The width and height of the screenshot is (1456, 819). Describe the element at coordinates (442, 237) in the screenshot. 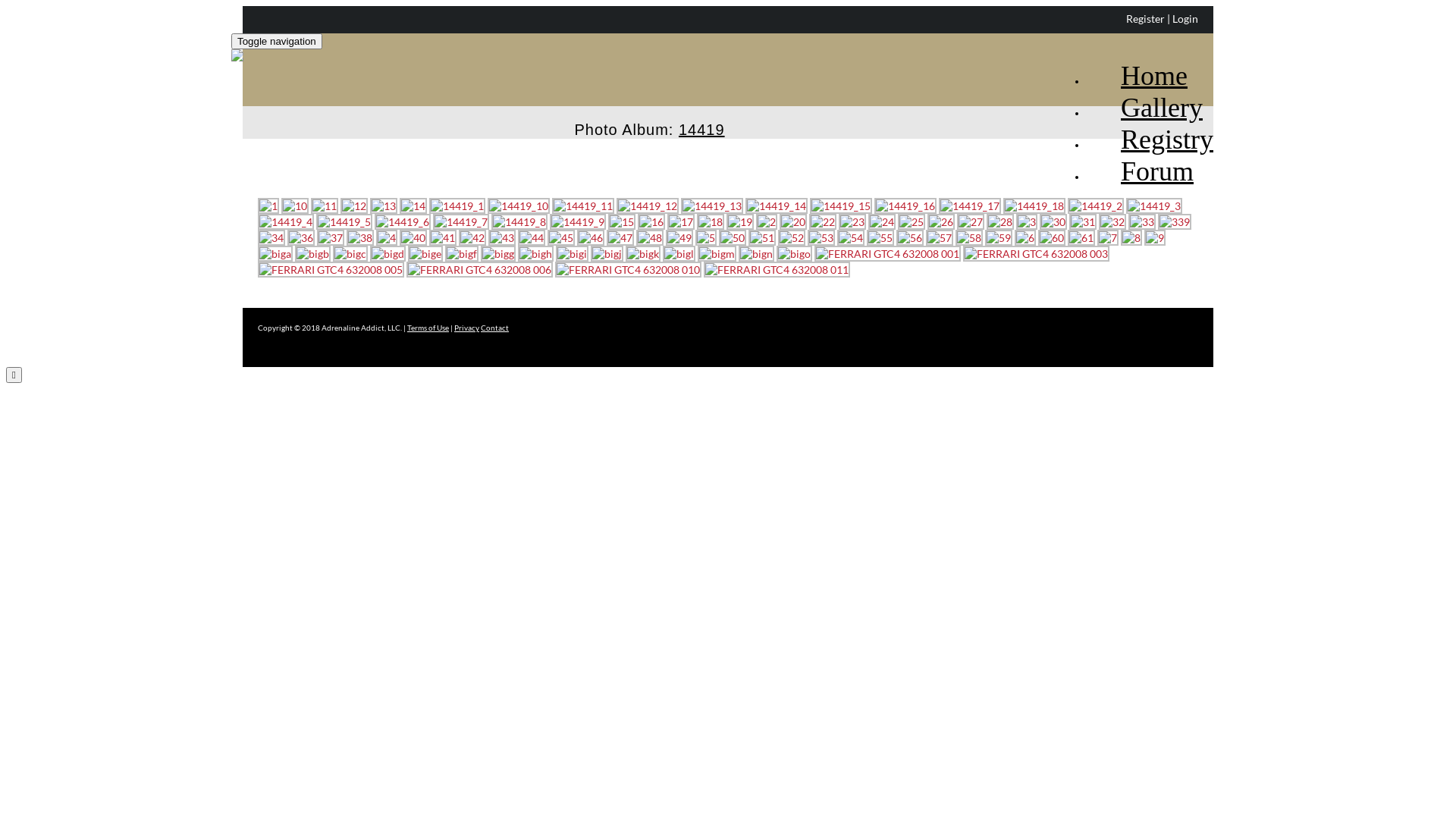

I see `'41 (click to enlarge)'` at that location.